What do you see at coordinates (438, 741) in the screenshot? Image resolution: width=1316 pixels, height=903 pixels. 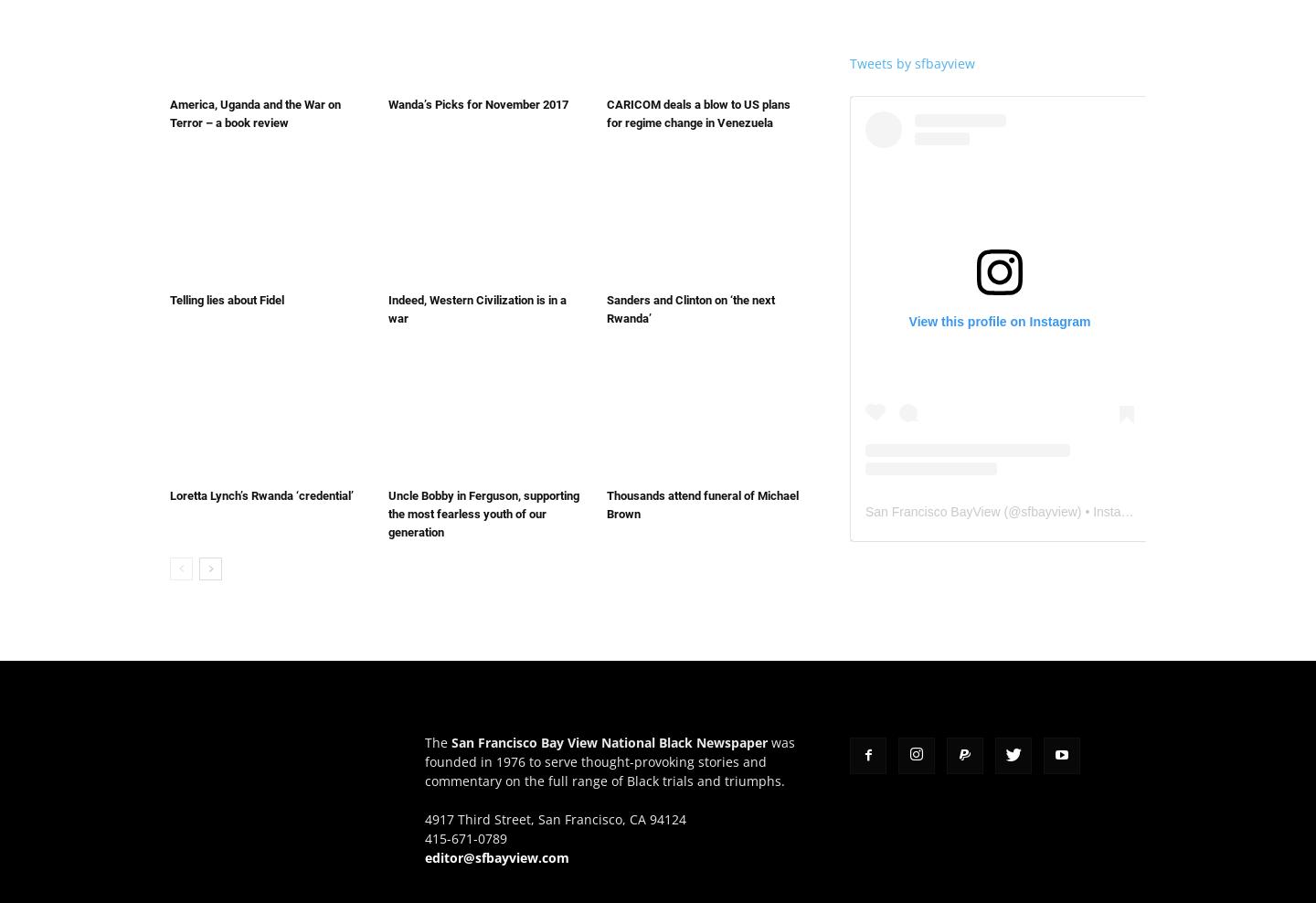 I see `'The'` at bounding box center [438, 741].